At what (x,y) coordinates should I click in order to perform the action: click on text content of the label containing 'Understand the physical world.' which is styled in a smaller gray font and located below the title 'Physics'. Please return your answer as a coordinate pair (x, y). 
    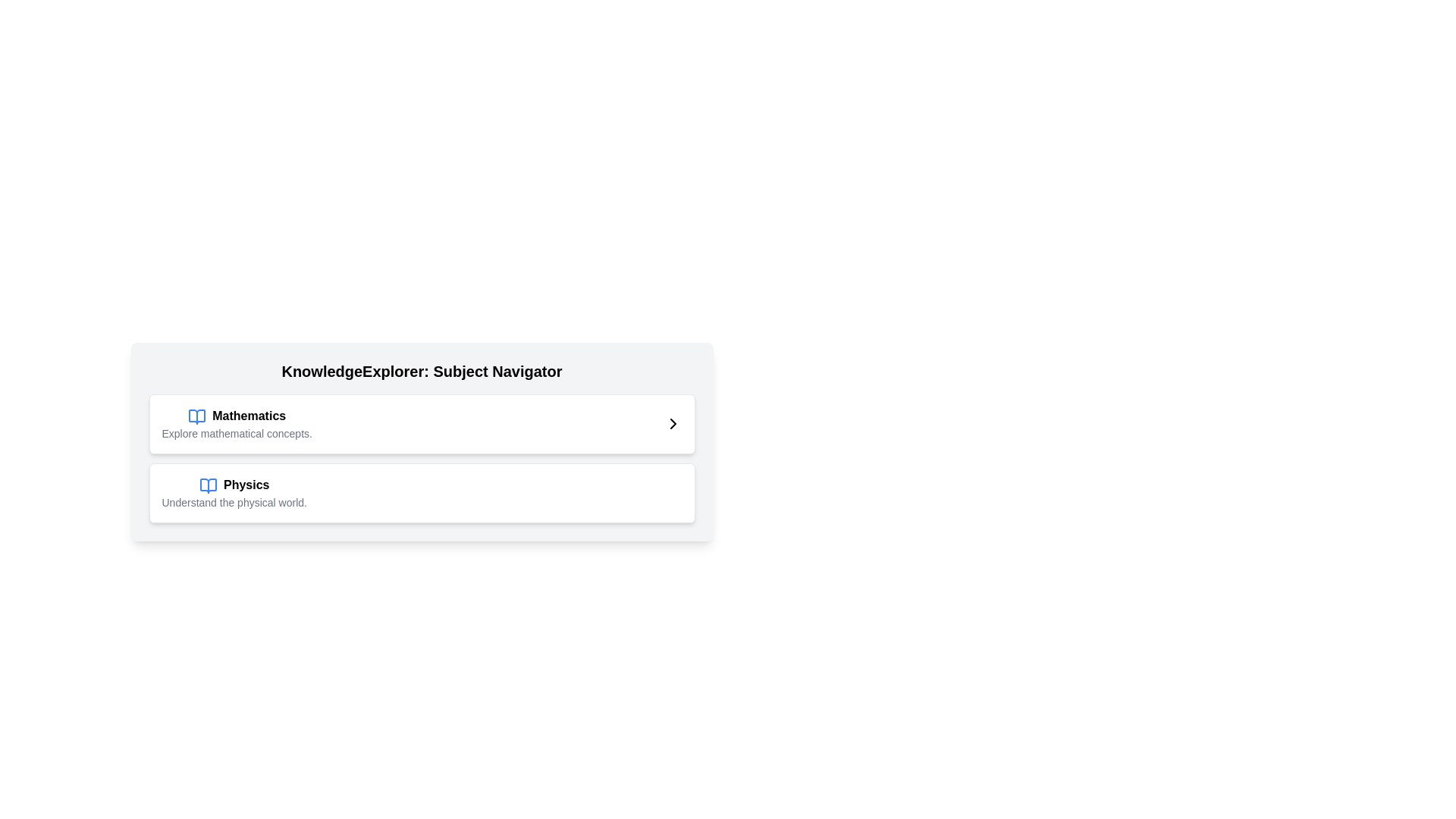
    Looking at the image, I should click on (234, 502).